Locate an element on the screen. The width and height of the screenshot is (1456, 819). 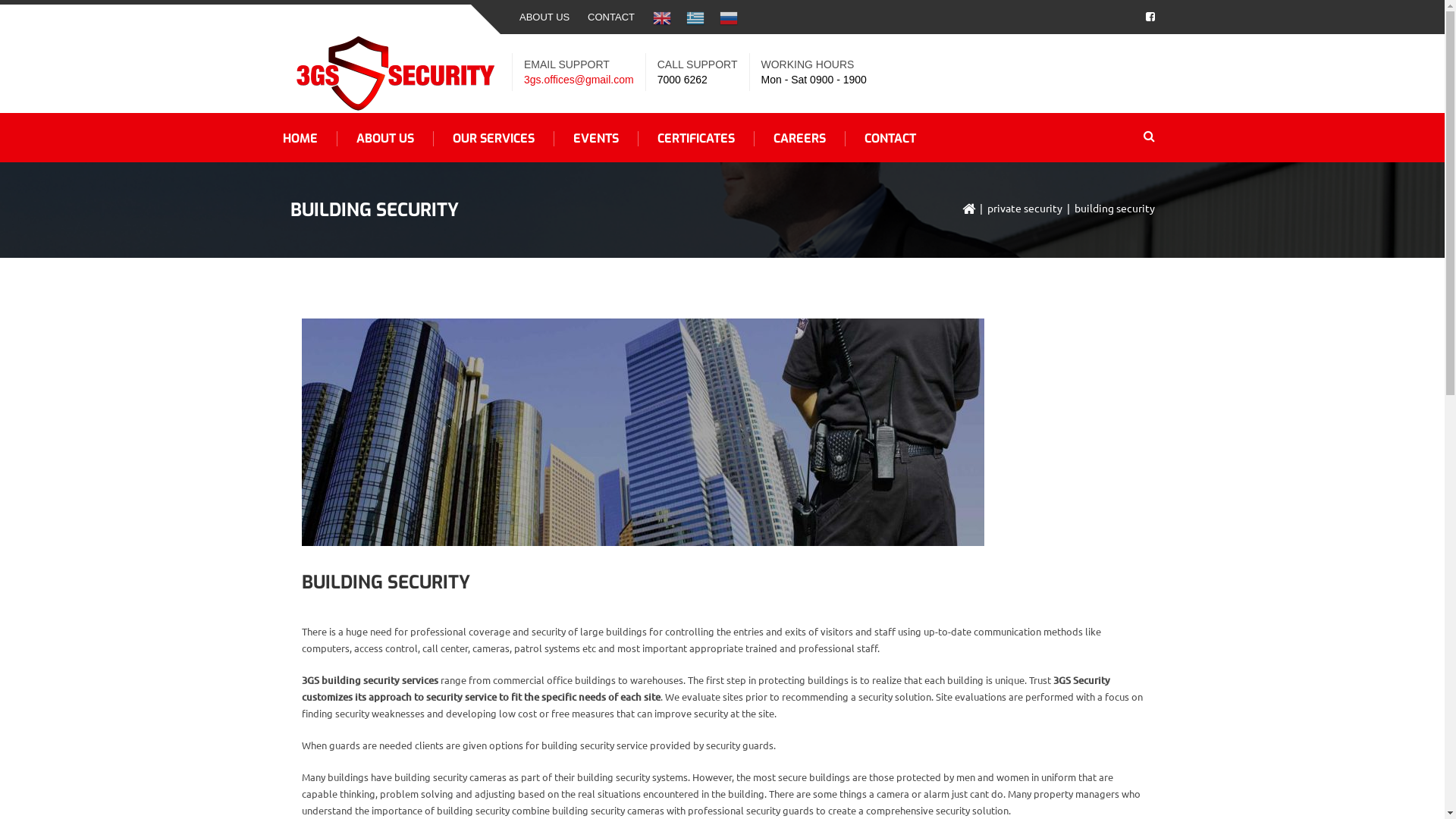
'3gs.offices@gmail.com' is located at coordinates (578, 79).